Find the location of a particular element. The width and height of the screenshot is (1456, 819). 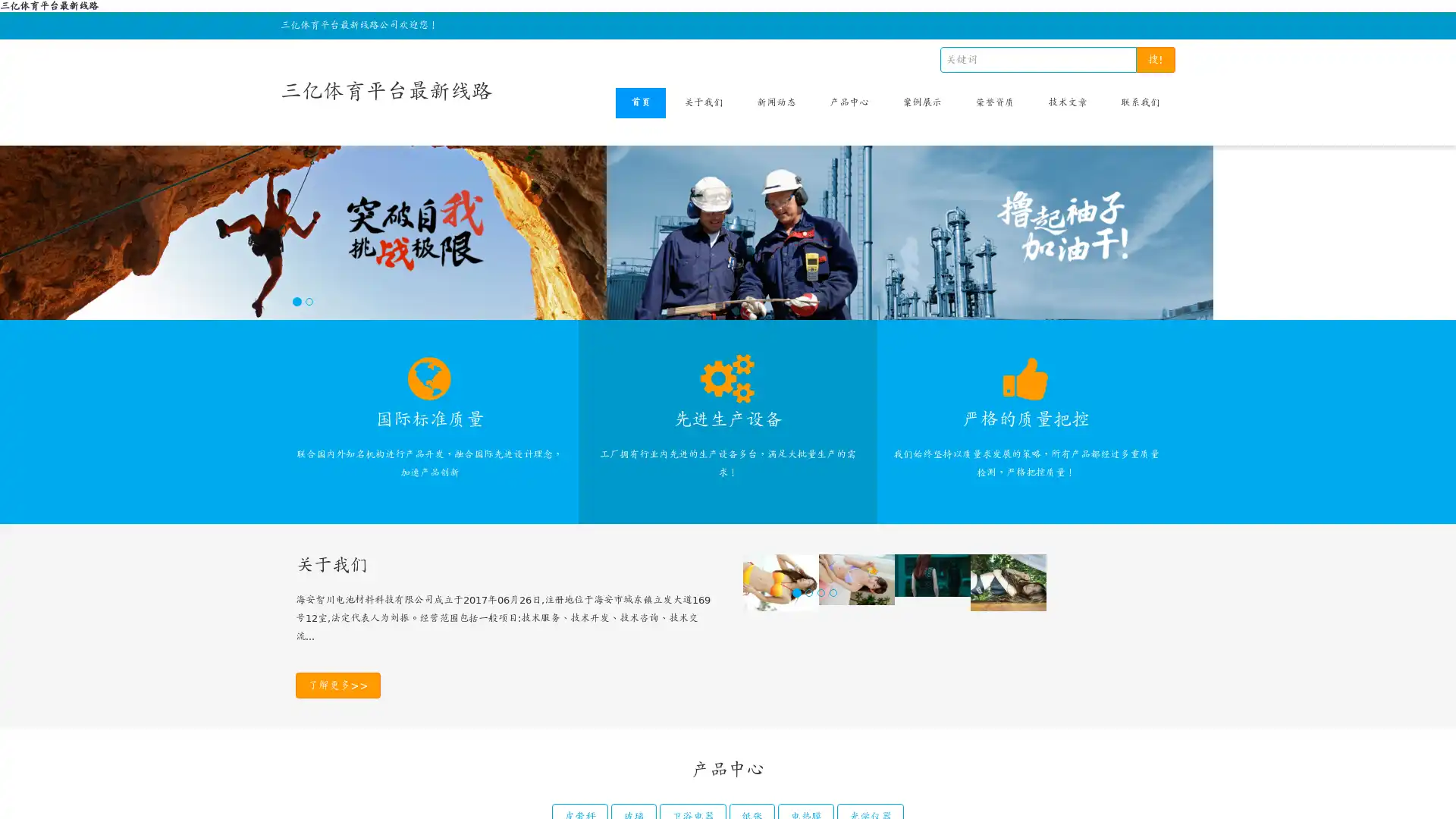

! is located at coordinates (1155, 58).